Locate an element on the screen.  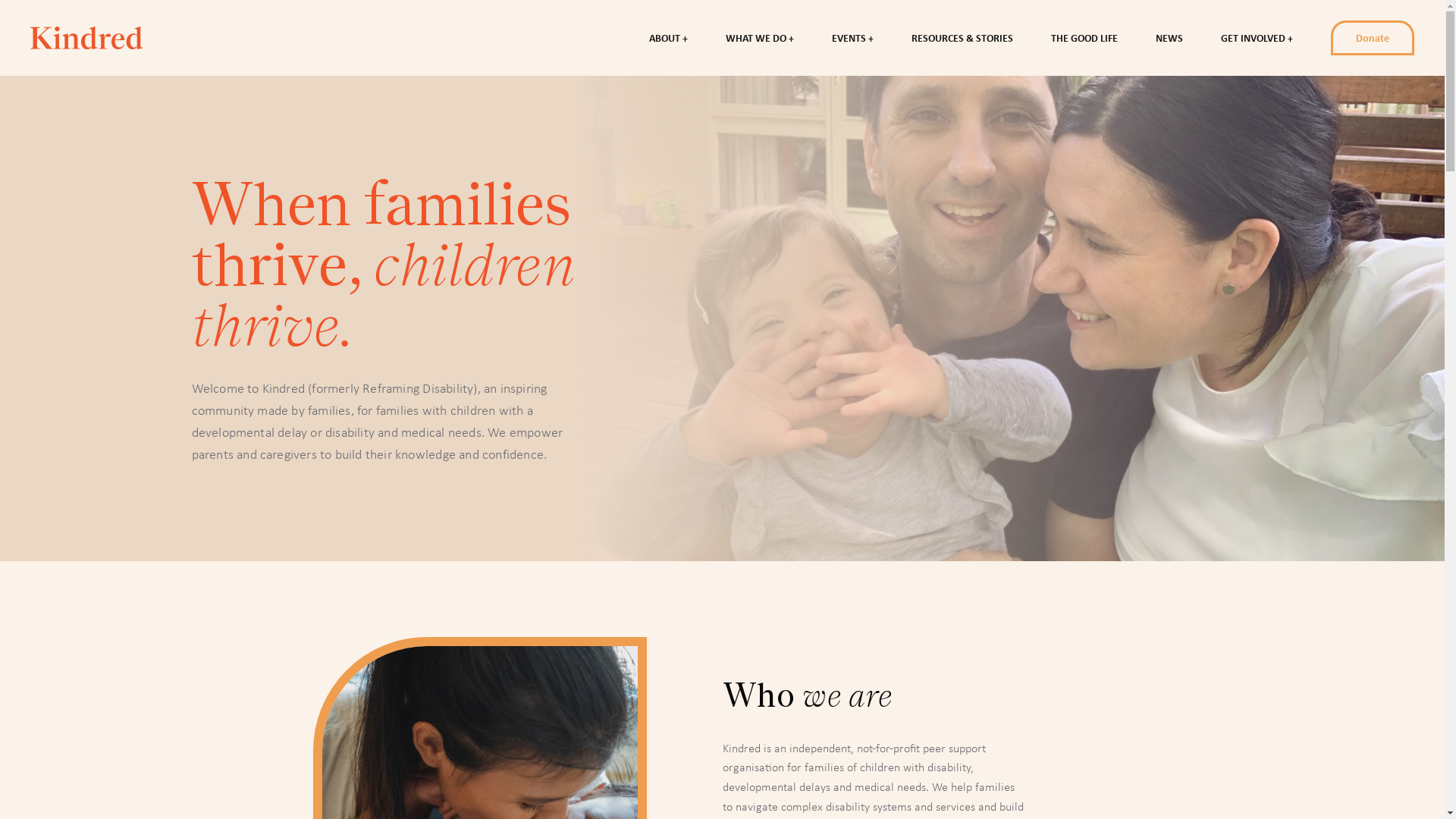
'GET INVOLVED' is located at coordinates (1257, 37).